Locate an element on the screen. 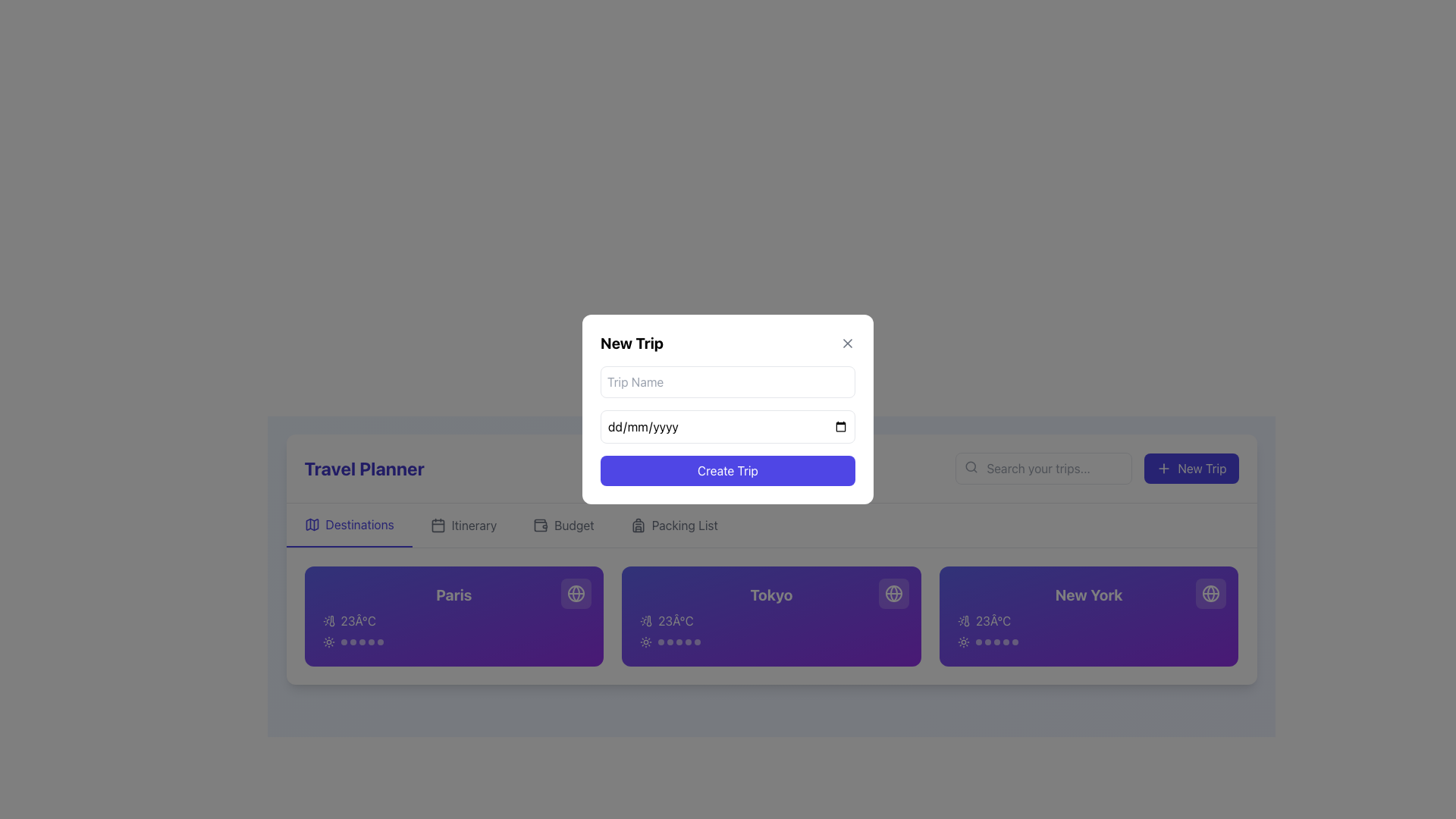  the globe icon located in the top-right corner of the 'New York' card is located at coordinates (1210, 593).